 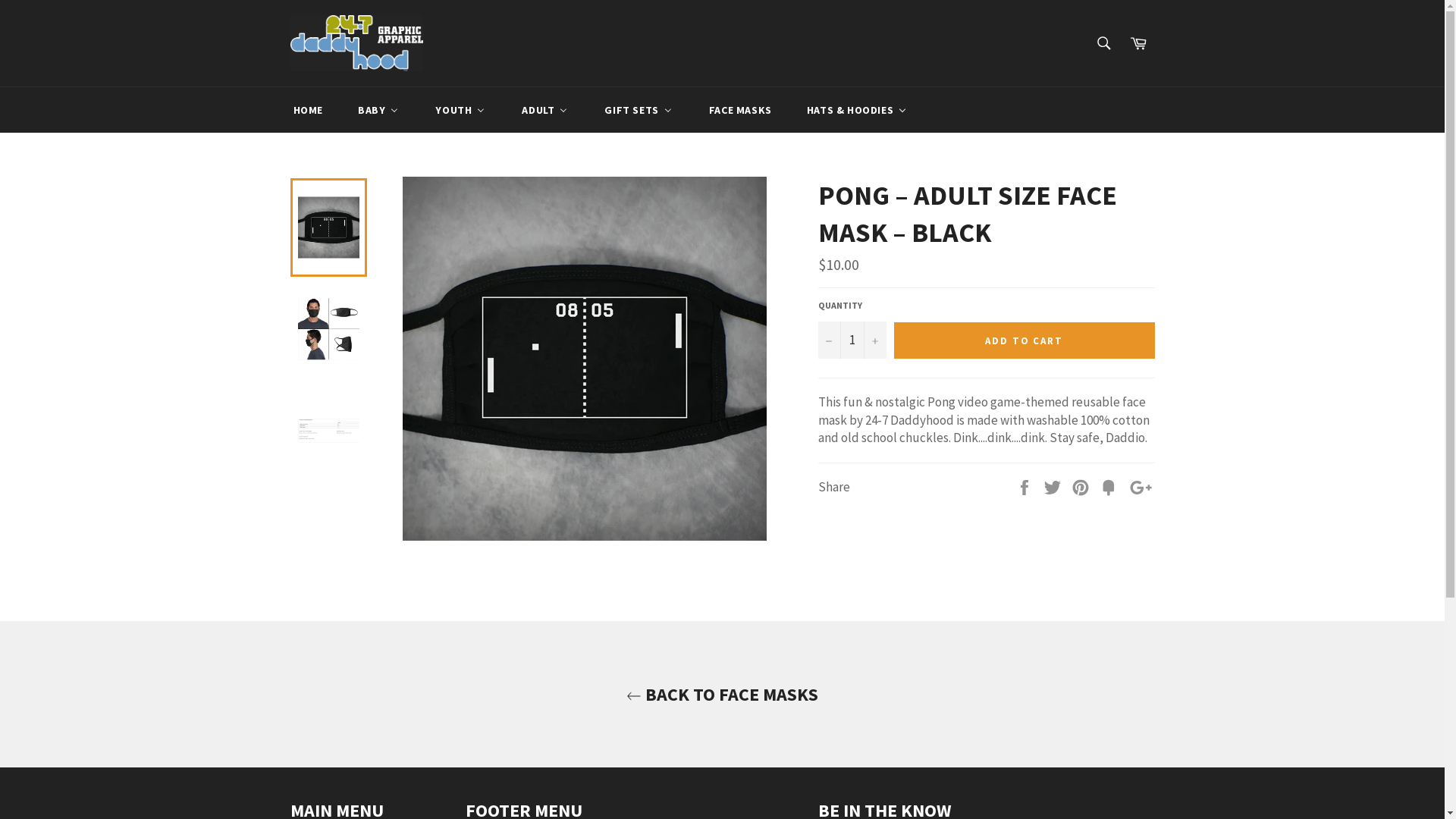 I want to click on 'YOUTH', so click(x=459, y=109).